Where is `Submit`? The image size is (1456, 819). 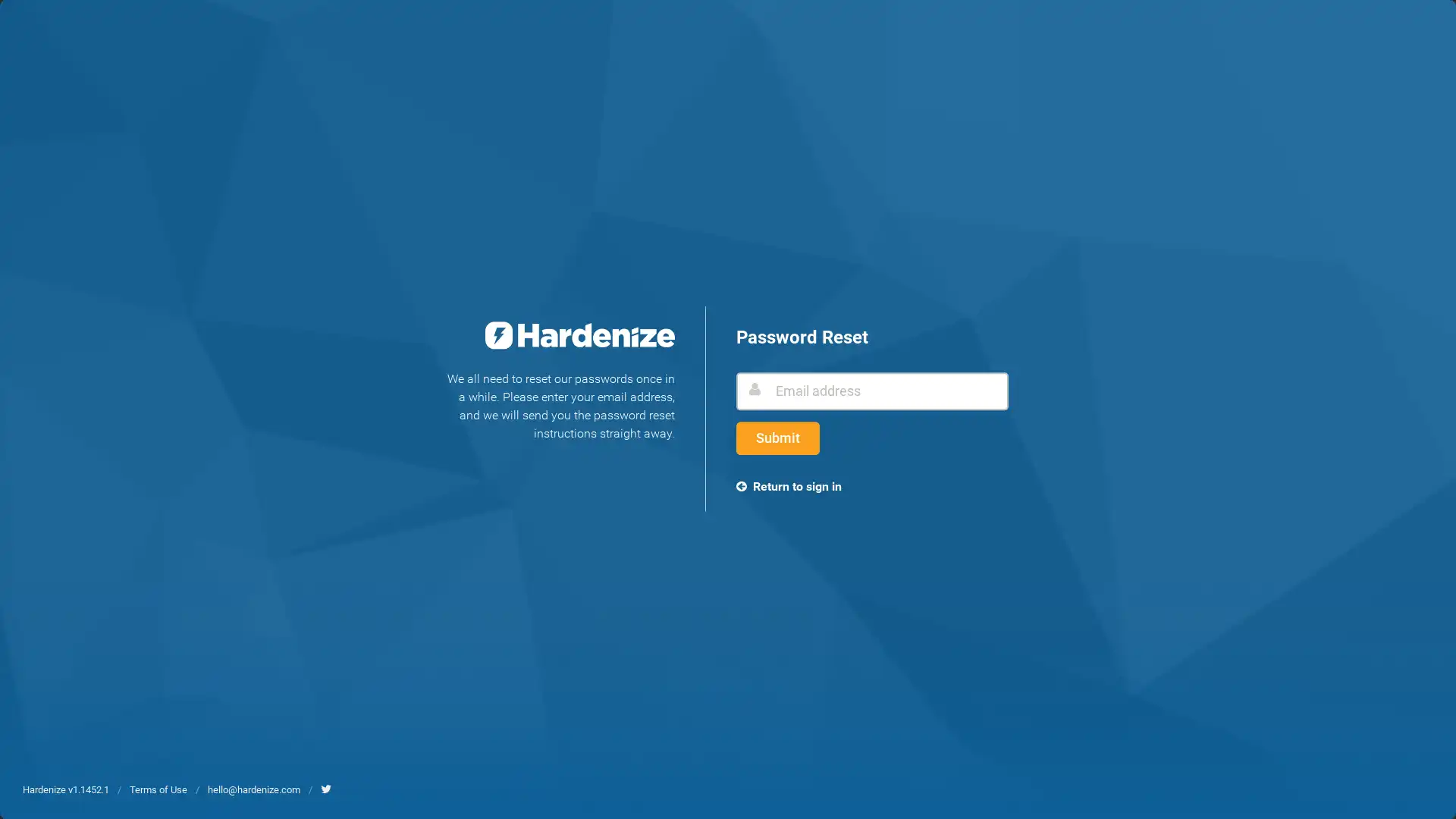
Submit is located at coordinates (778, 438).